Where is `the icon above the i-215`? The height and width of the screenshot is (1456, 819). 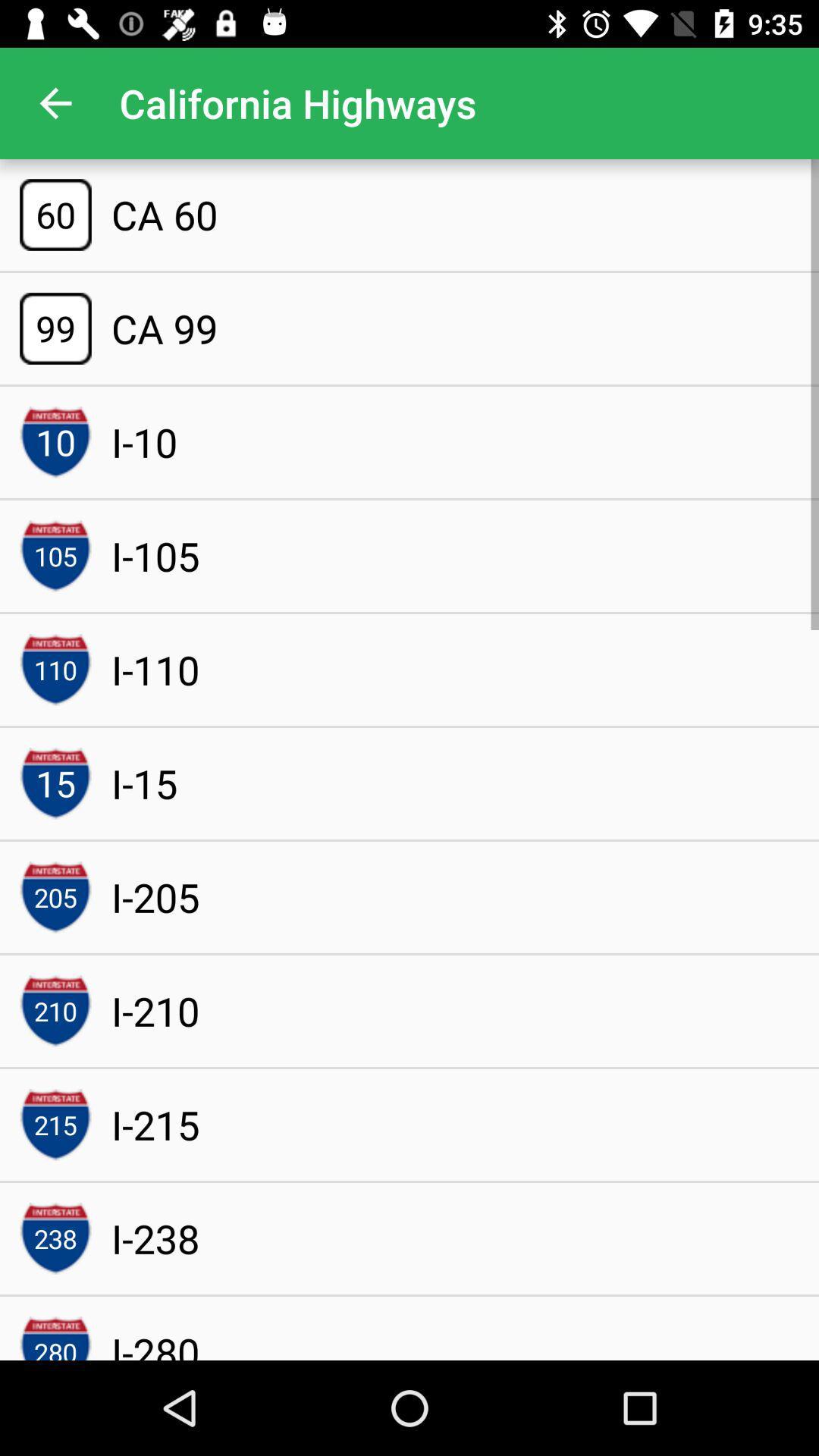
the icon above the i-215 is located at coordinates (155, 1011).